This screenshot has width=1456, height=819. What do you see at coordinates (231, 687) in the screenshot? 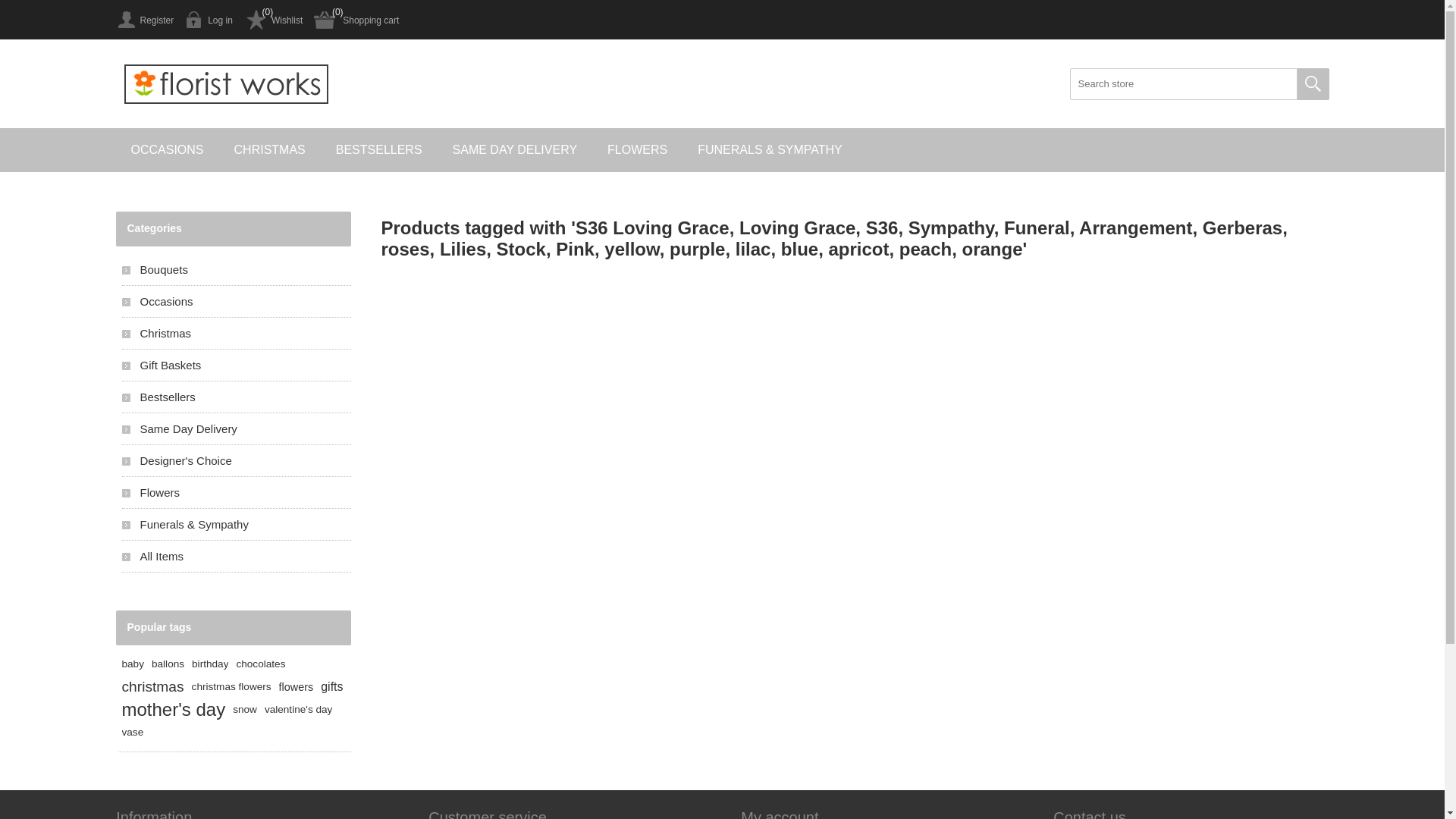
I see `'christmas flowers'` at bounding box center [231, 687].